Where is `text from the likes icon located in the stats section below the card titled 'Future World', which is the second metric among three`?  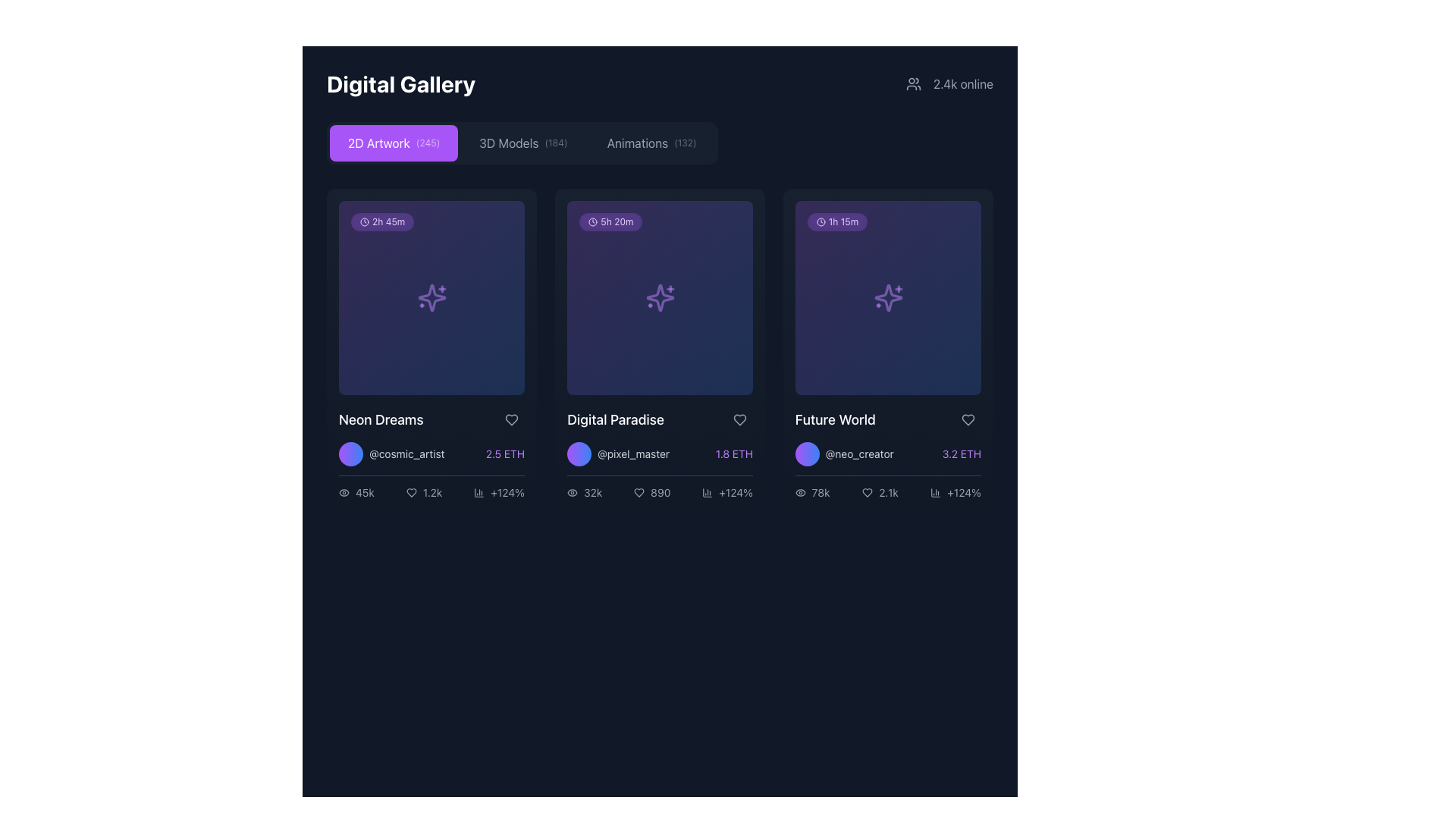
text from the likes icon located in the stats section below the card titled 'Future World', which is the second metric among three is located at coordinates (880, 493).